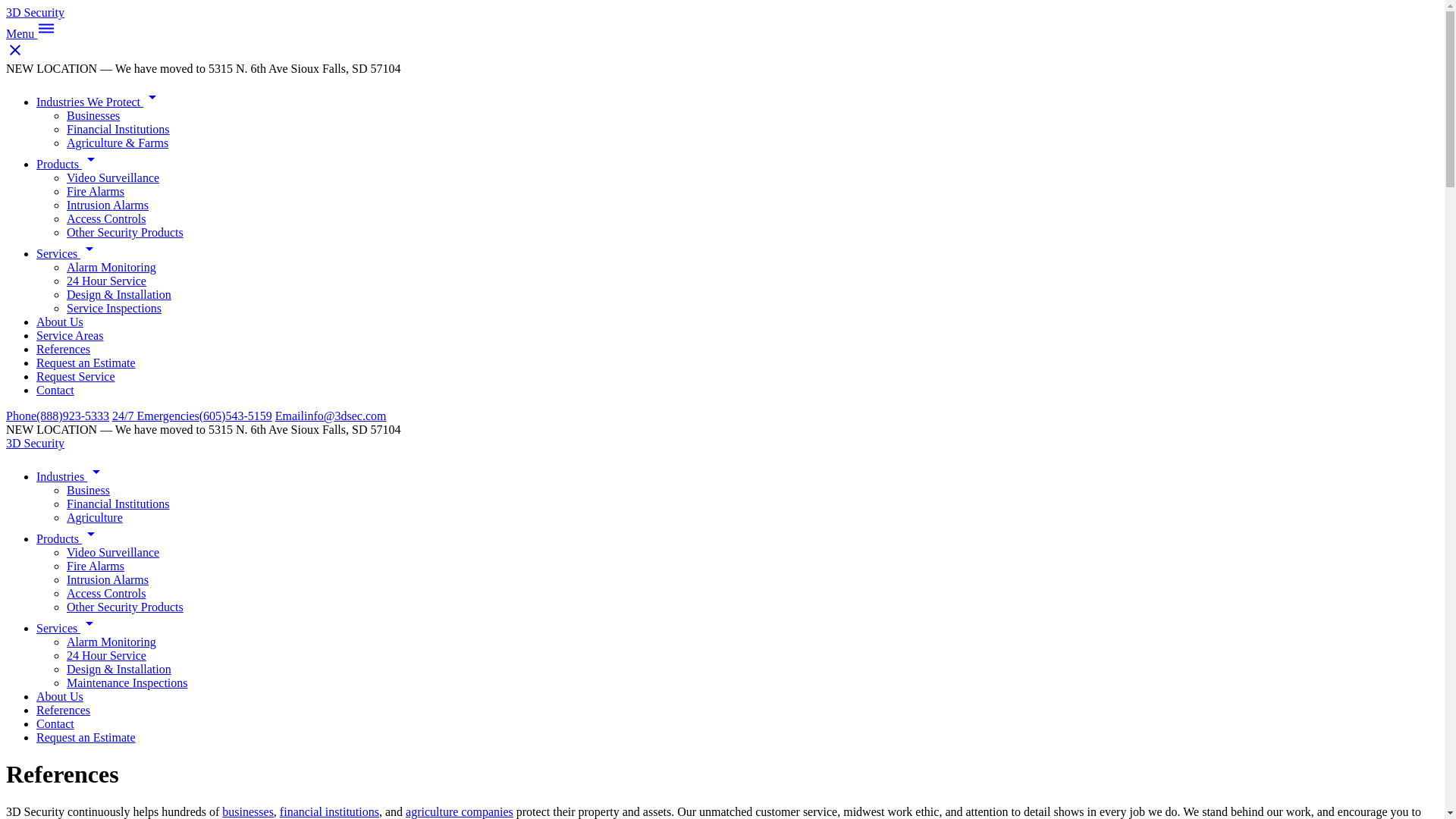 The width and height of the screenshot is (1456, 819). Describe the element at coordinates (85, 736) in the screenshot. I see `'Request an Estimate'` at that location.